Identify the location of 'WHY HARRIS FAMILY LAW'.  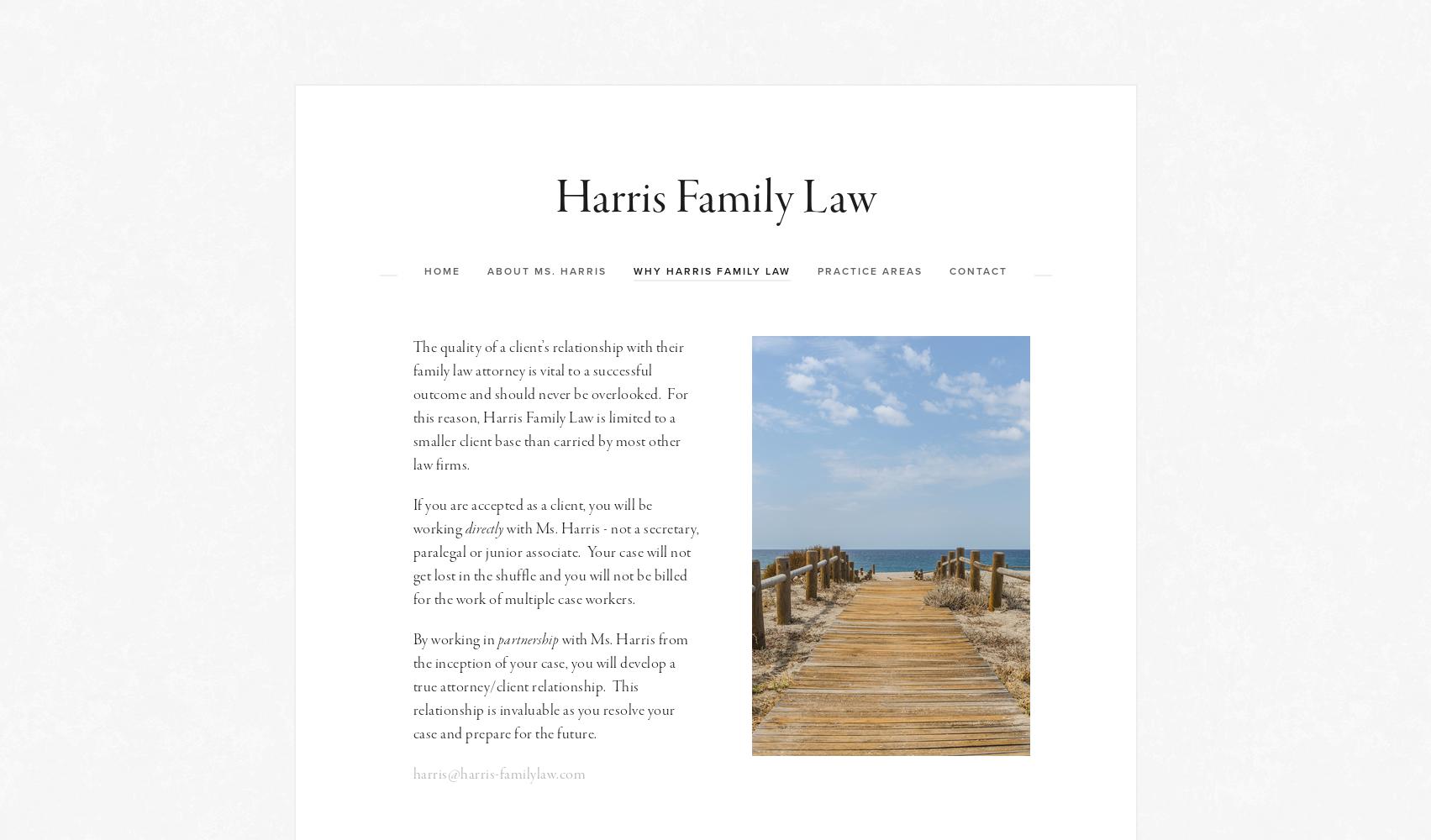
(711, 270).